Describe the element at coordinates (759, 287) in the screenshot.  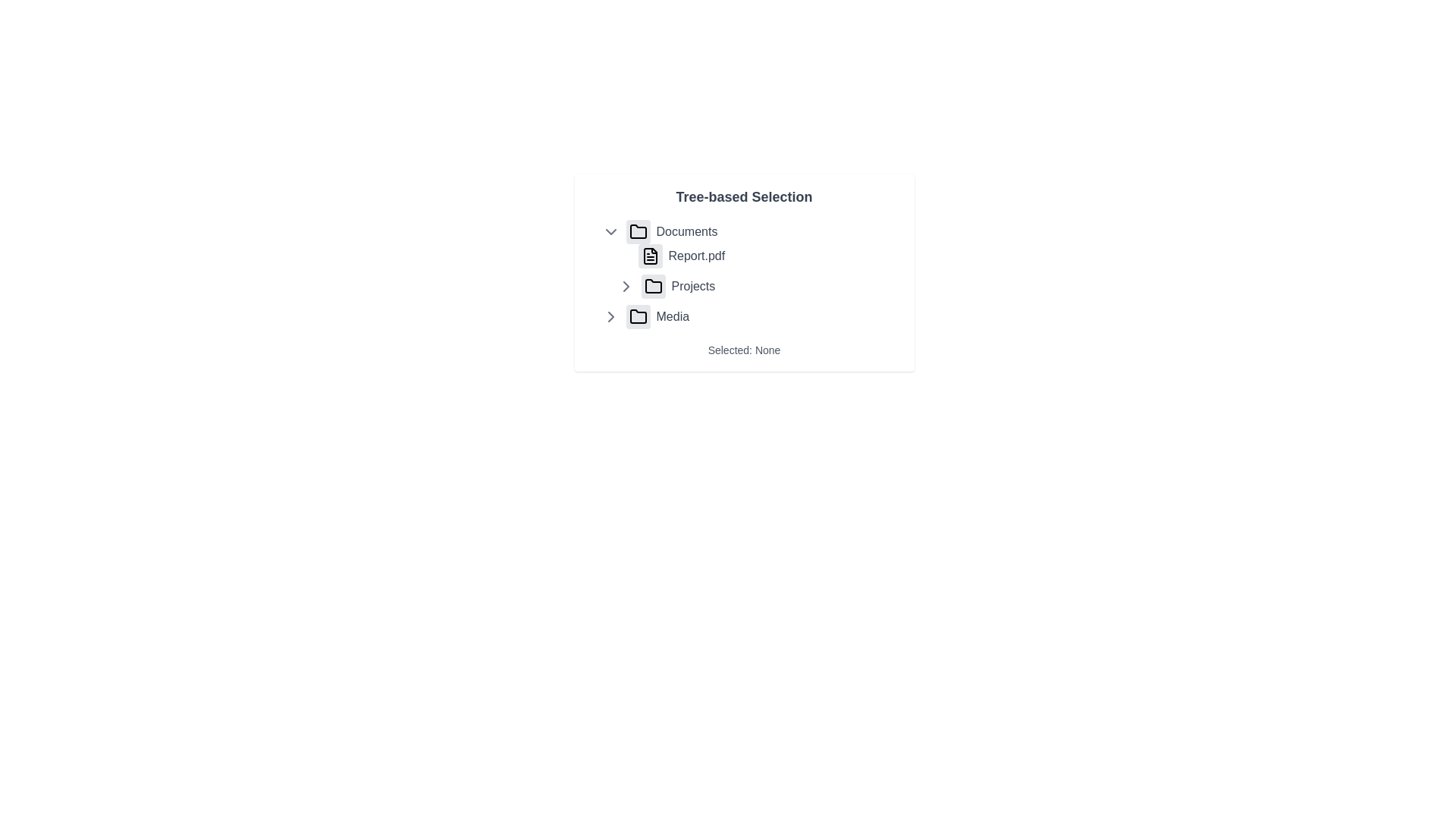
I see `the 'Projects' collapsible tree node` at that location.